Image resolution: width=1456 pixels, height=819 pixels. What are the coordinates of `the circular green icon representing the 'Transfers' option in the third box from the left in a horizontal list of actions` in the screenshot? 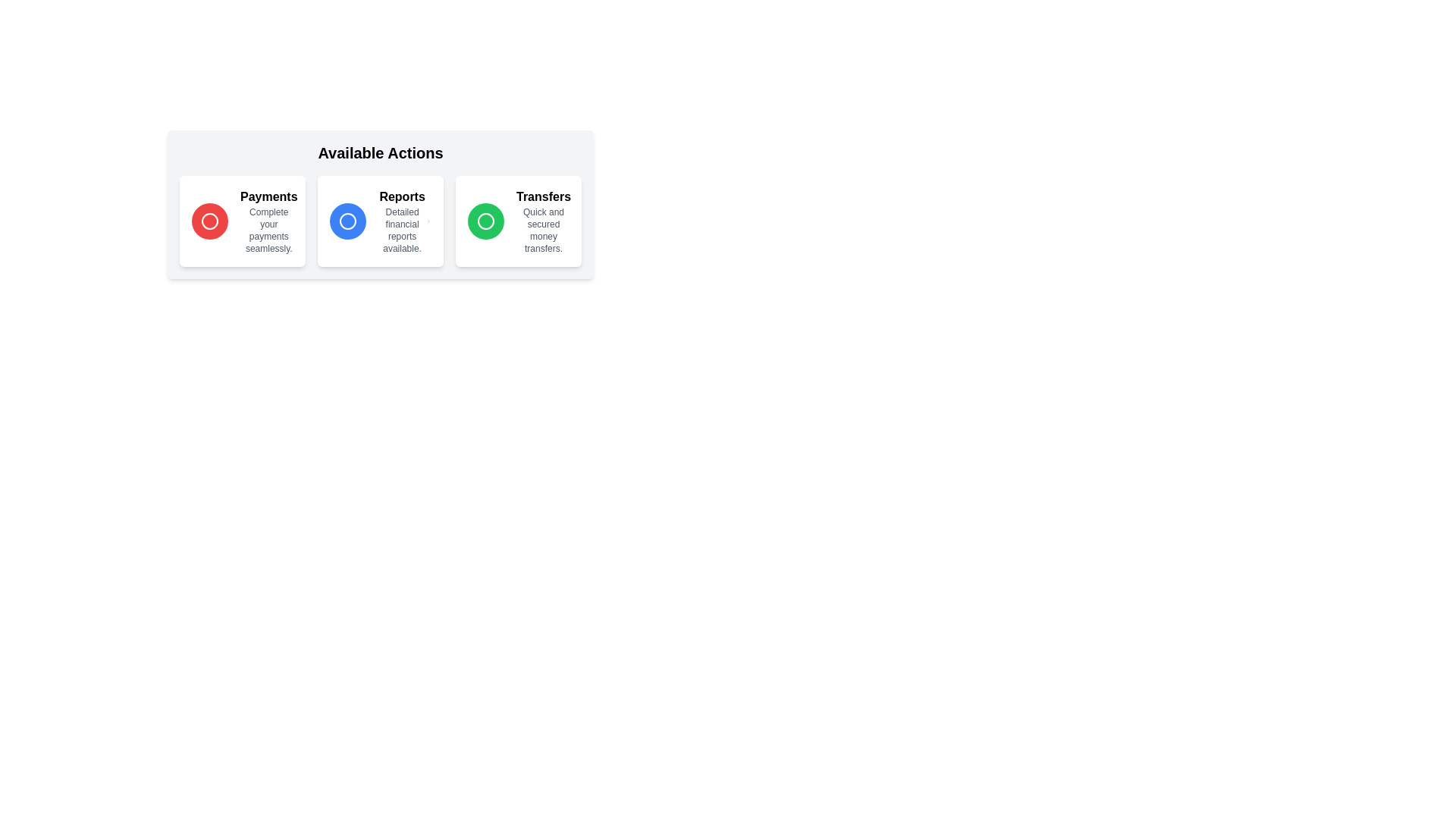 It's located at (486, 221).